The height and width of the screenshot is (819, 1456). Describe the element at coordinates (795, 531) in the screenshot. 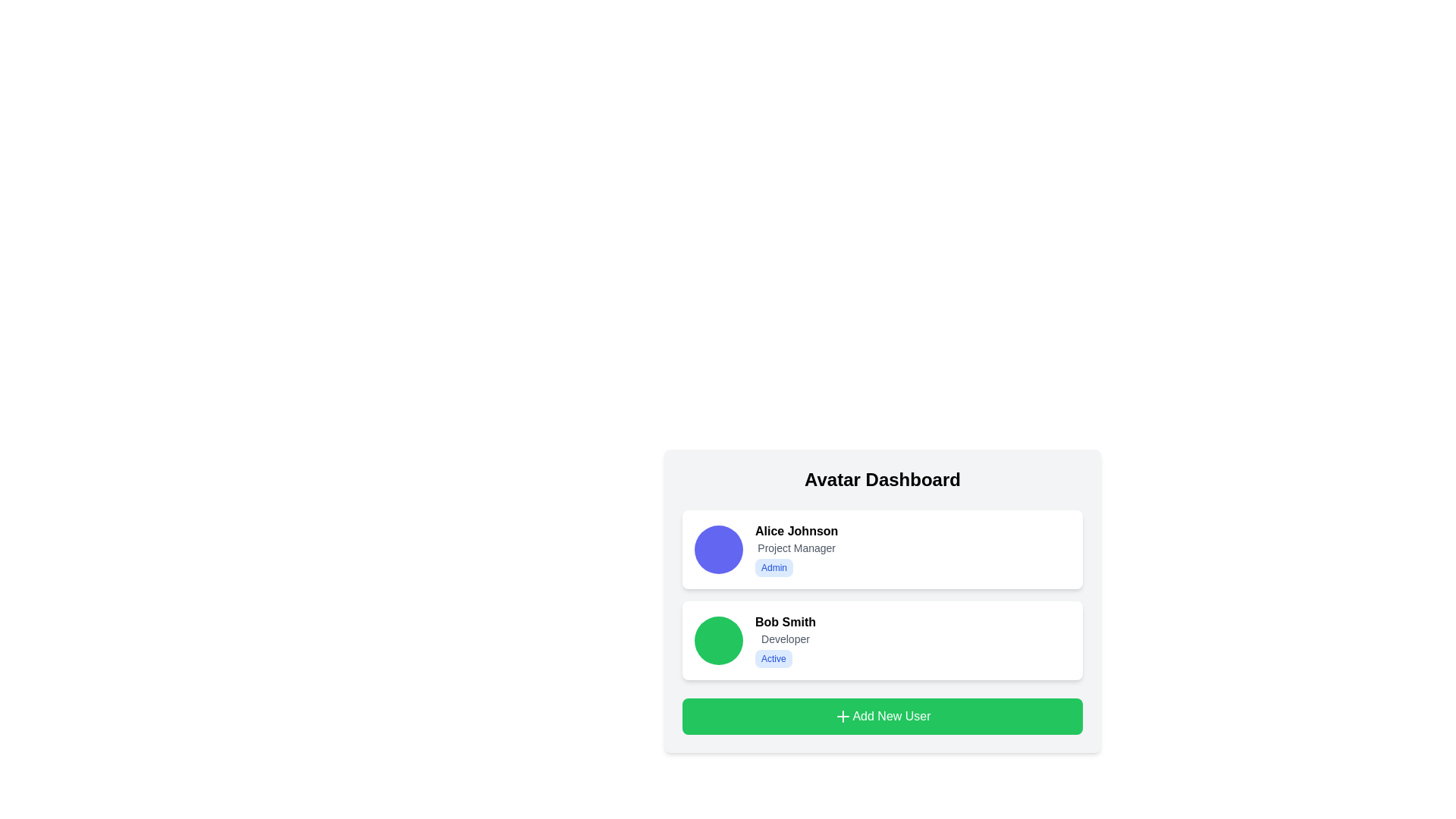

I see `the text label displaying 'Alice Johnson'` at that location.